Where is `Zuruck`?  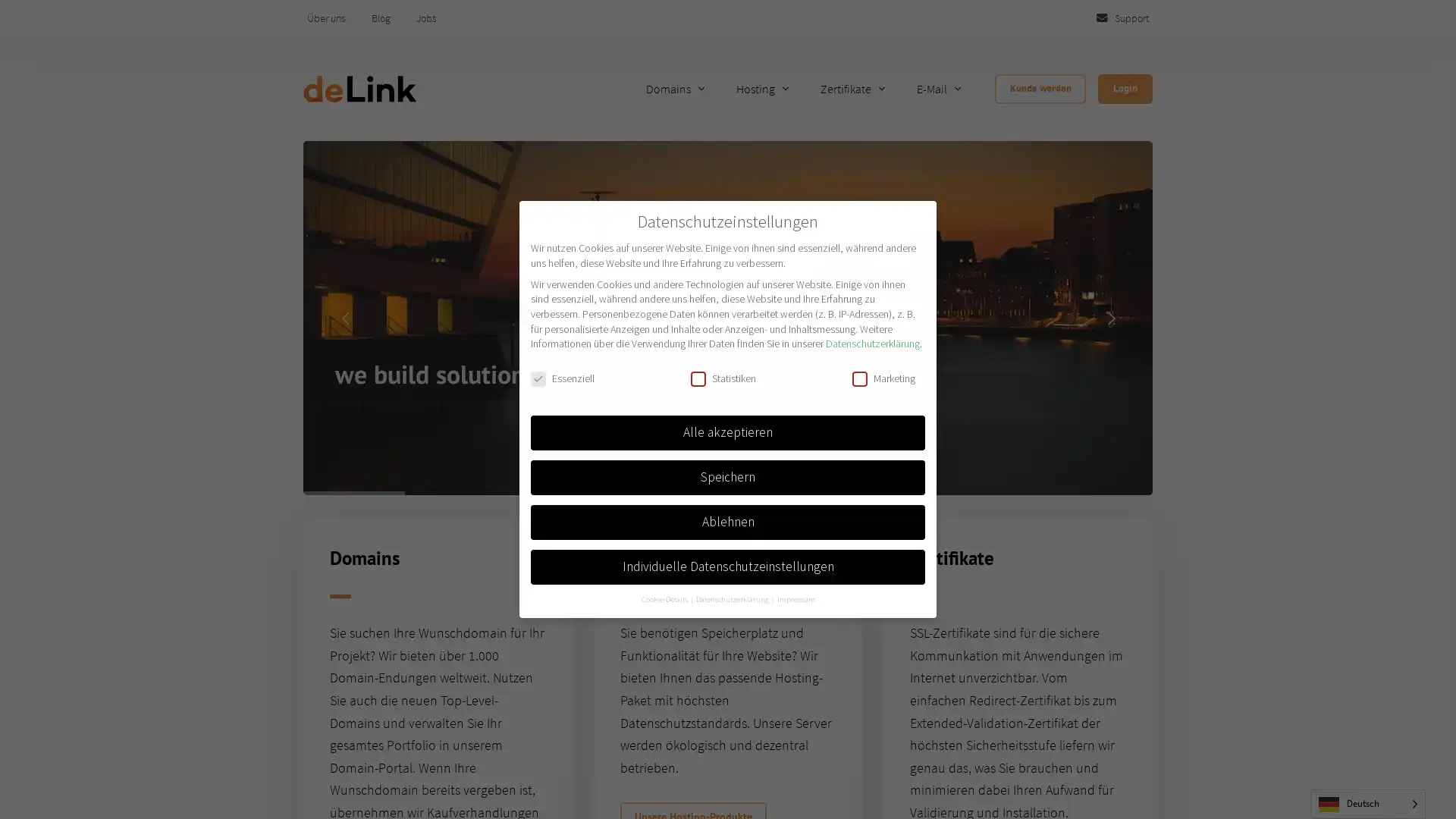 Zuruck is located at coordinates (912, 780).